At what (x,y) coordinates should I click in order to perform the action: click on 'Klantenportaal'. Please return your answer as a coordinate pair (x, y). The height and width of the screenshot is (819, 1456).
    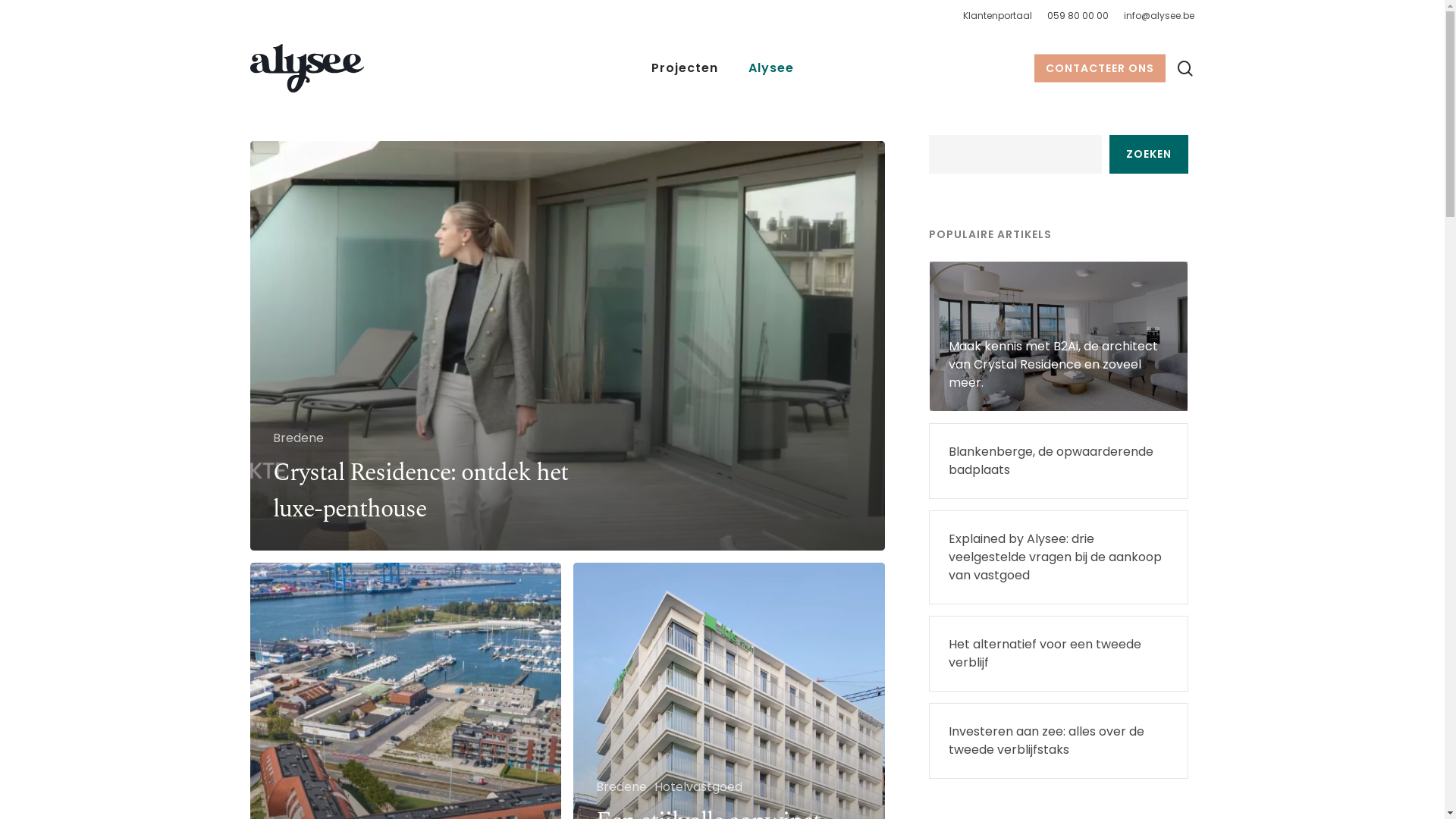
    Looking at the image, I should click on (997, 15).